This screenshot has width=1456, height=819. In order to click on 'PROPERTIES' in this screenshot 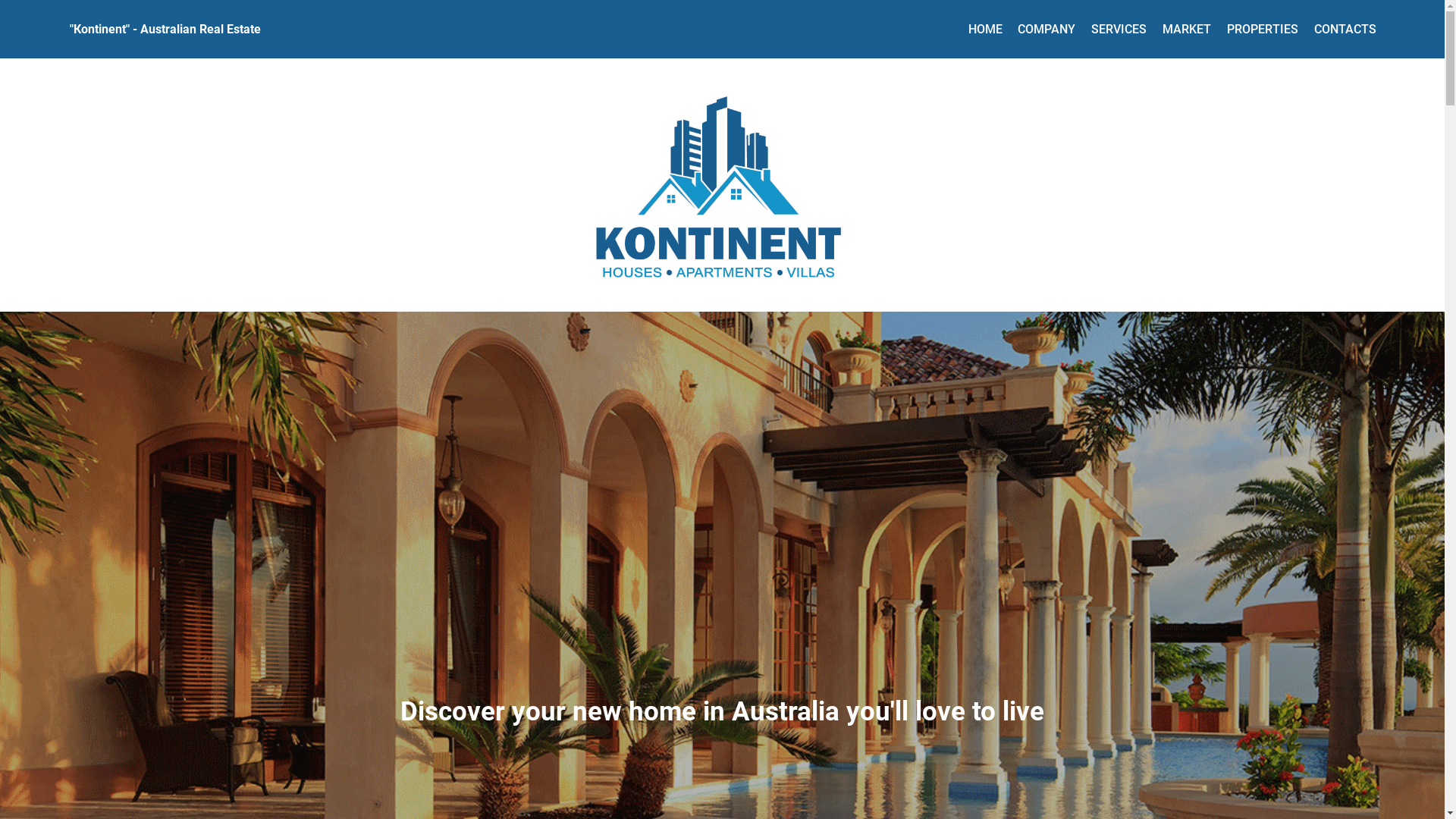, I will do `click(1263, 29)`.